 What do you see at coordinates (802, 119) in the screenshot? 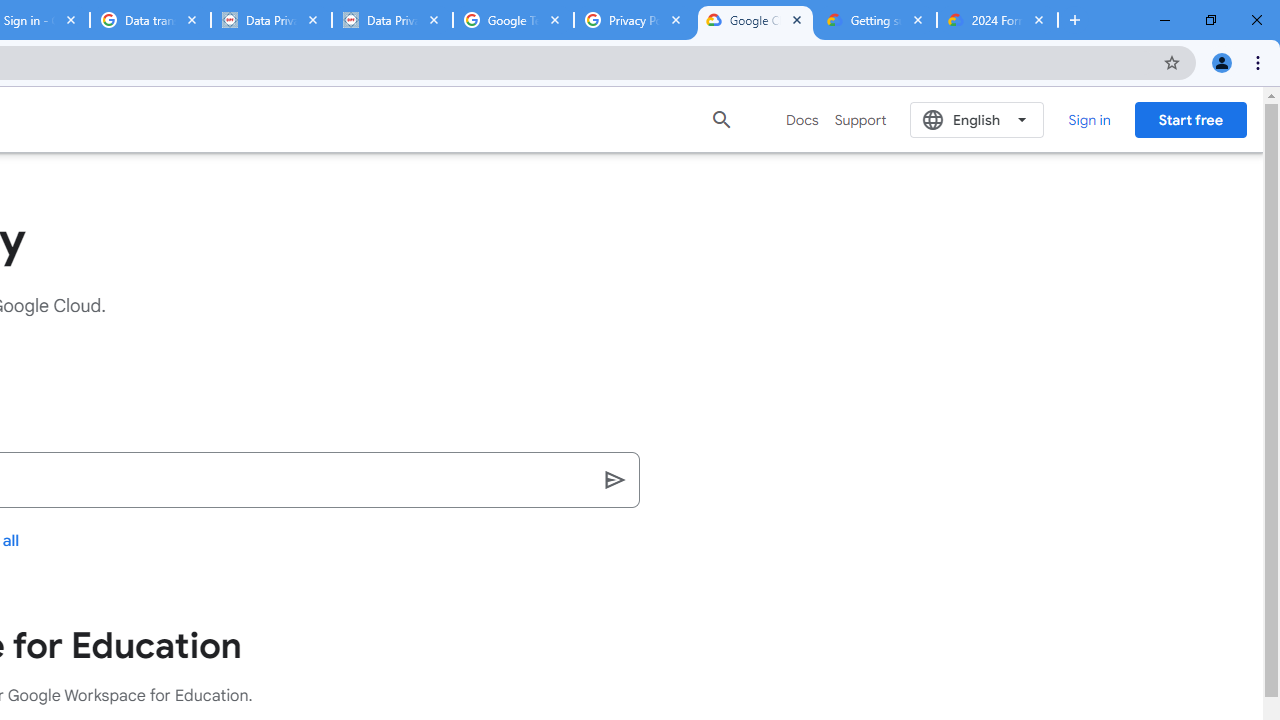
I see `'Docs'` at bounding box center [802, 119].